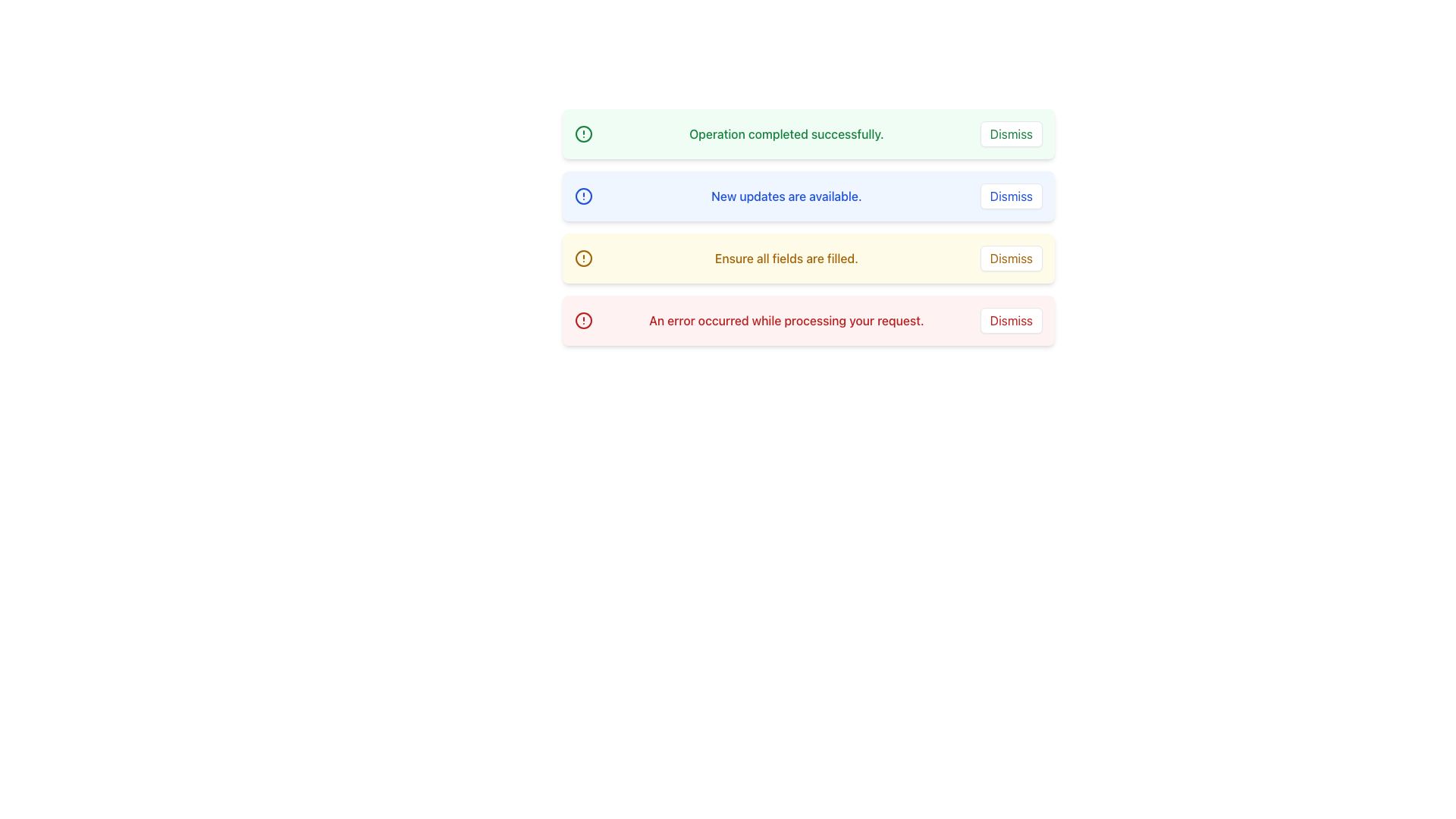  I want to click on the button located in the notification block that dismisses the alert message 'Ensure all fields are filled.', so click(1011, 257).